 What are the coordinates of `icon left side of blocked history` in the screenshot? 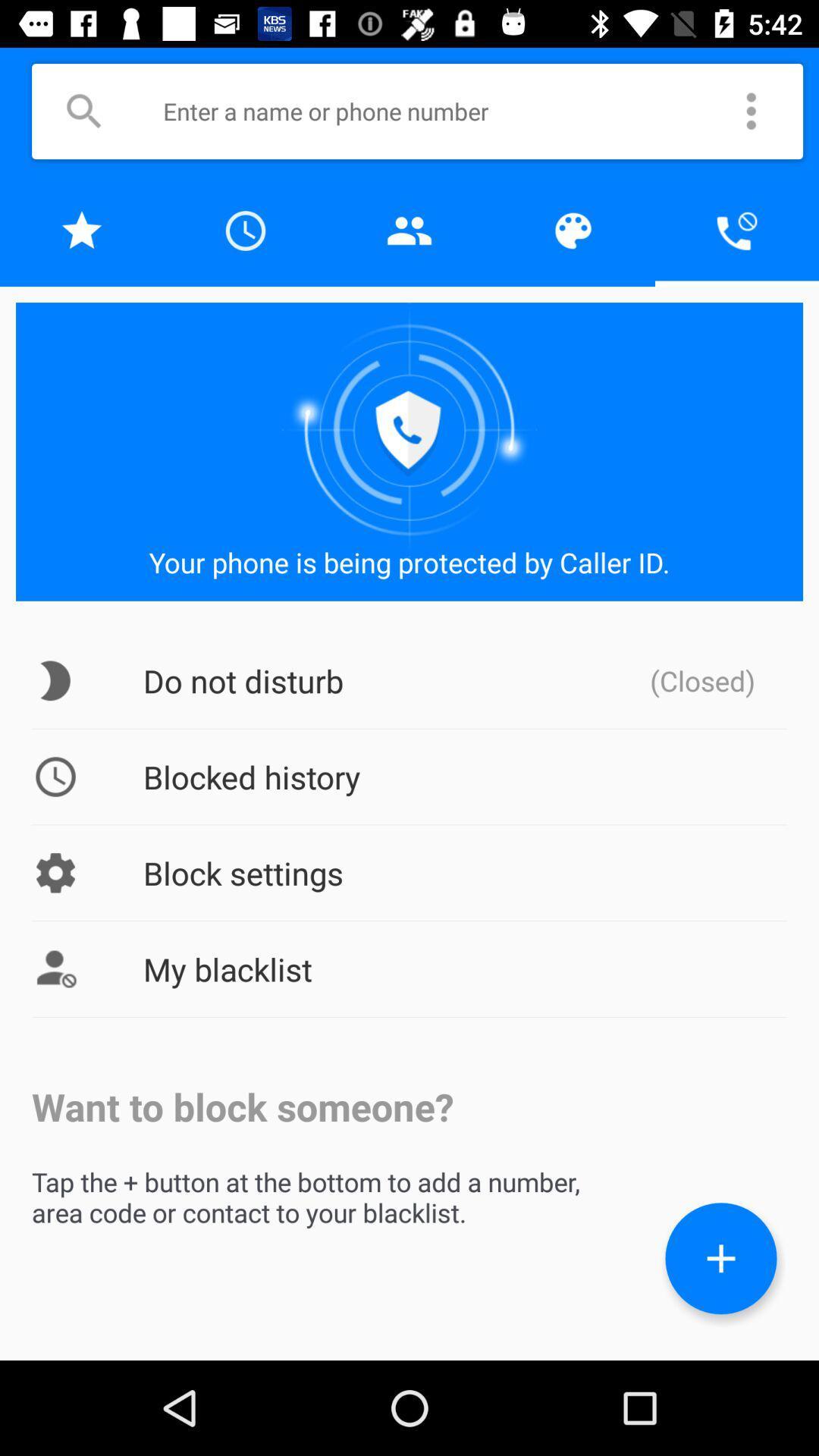 It's located at (55, 777).